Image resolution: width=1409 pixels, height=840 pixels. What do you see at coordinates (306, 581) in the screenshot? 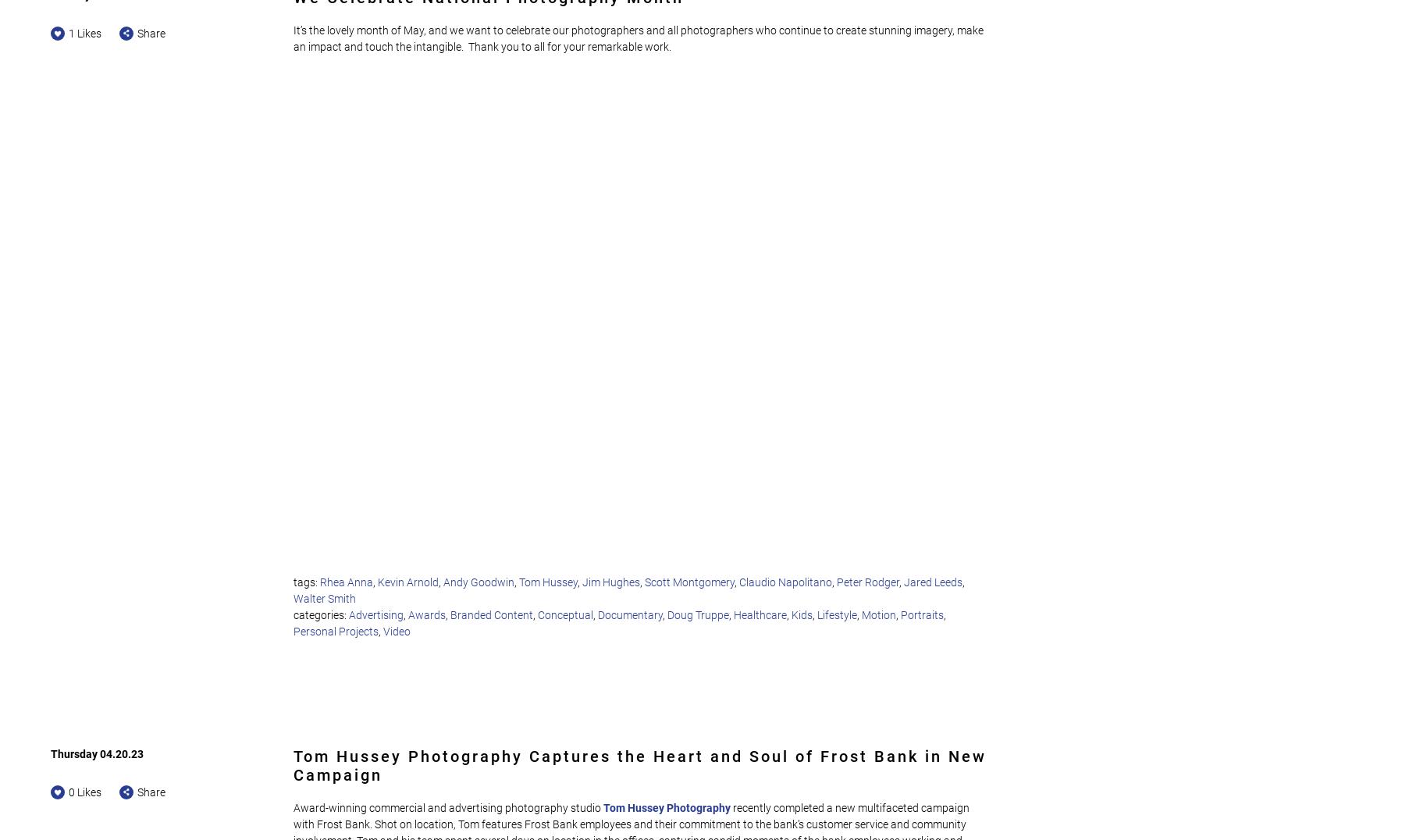
I see `'tags:'` at bounding box center [306, 581].